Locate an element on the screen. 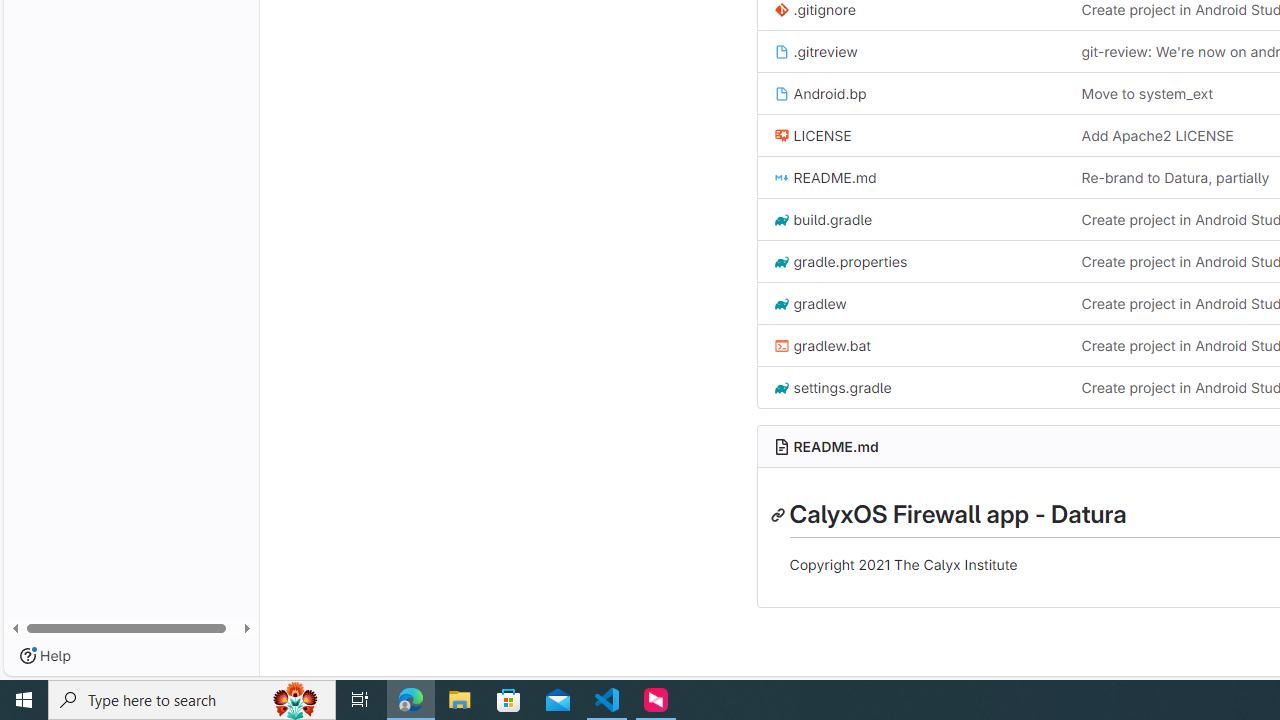 The height and width of the screenshot is (720, 1280). 'Add Apache2 LICENSE' is located at coordinates (1157, 135).